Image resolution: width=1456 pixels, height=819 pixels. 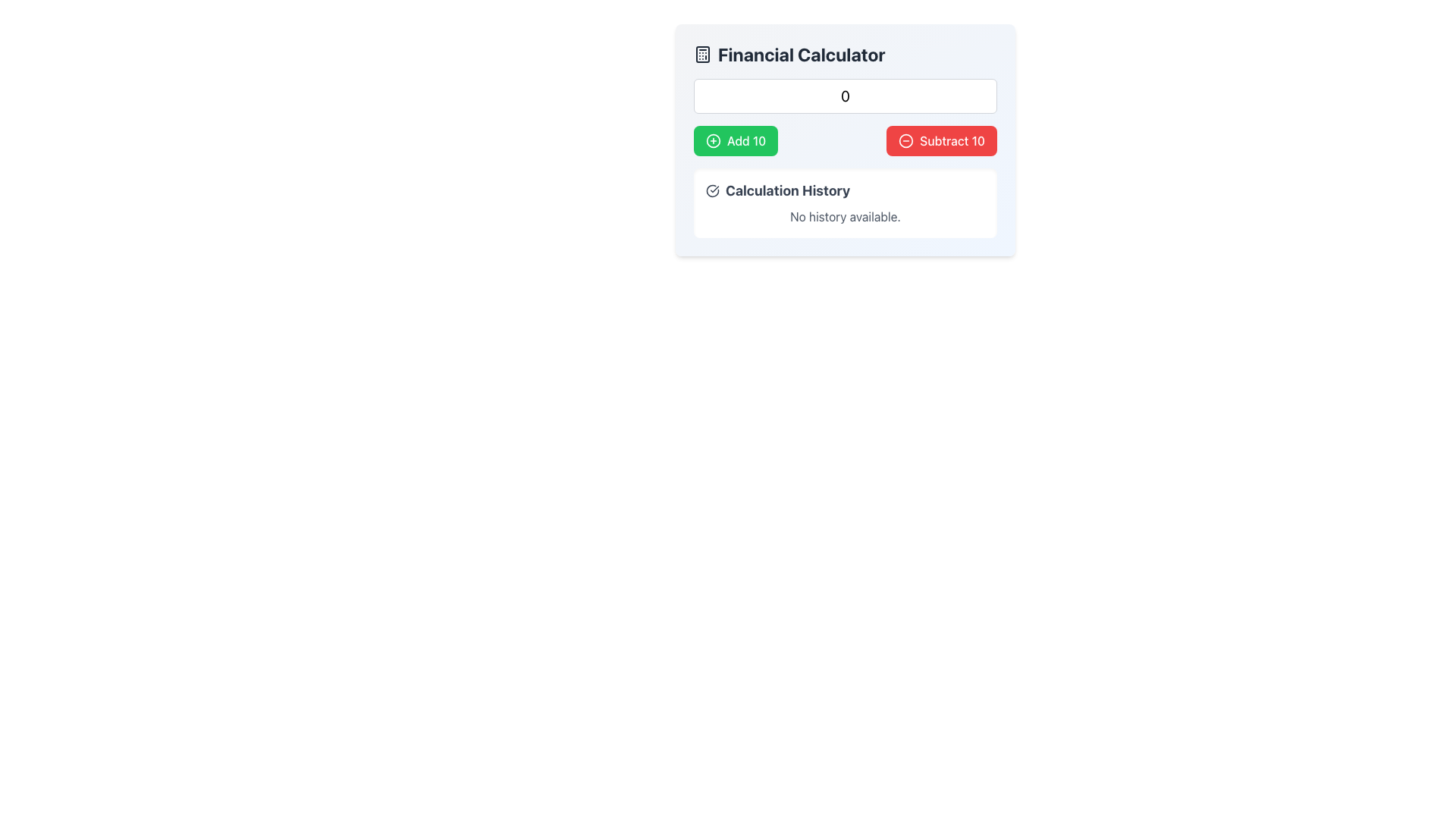 What do you see at coordinates (906, 140) in the screenshot?
I see `the circular decorative component within the subtraction icon located to the left of the 'Subtract 10' button` at bounding box center [906, 140].